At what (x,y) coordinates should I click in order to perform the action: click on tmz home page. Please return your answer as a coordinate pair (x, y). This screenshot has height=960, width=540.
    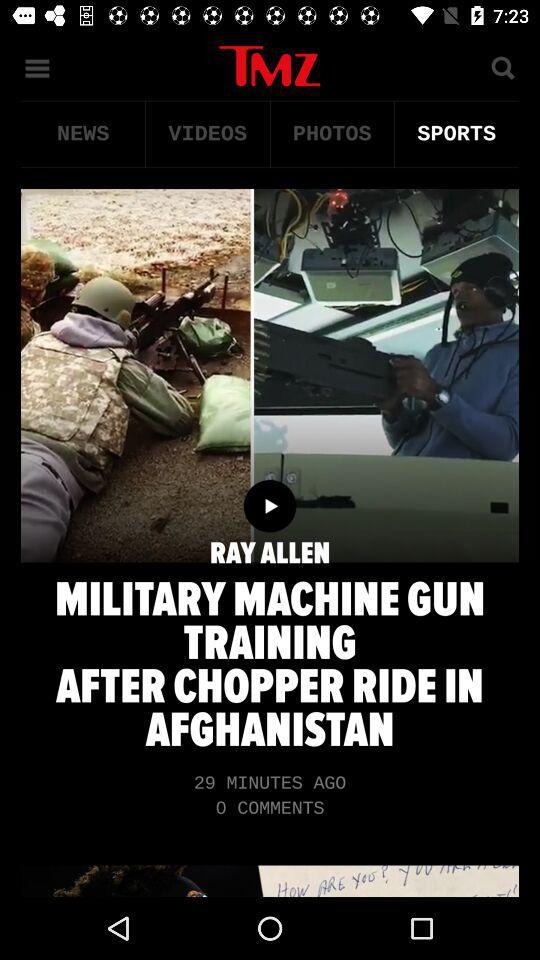
    Looking at the image, I should click on (269, 66).